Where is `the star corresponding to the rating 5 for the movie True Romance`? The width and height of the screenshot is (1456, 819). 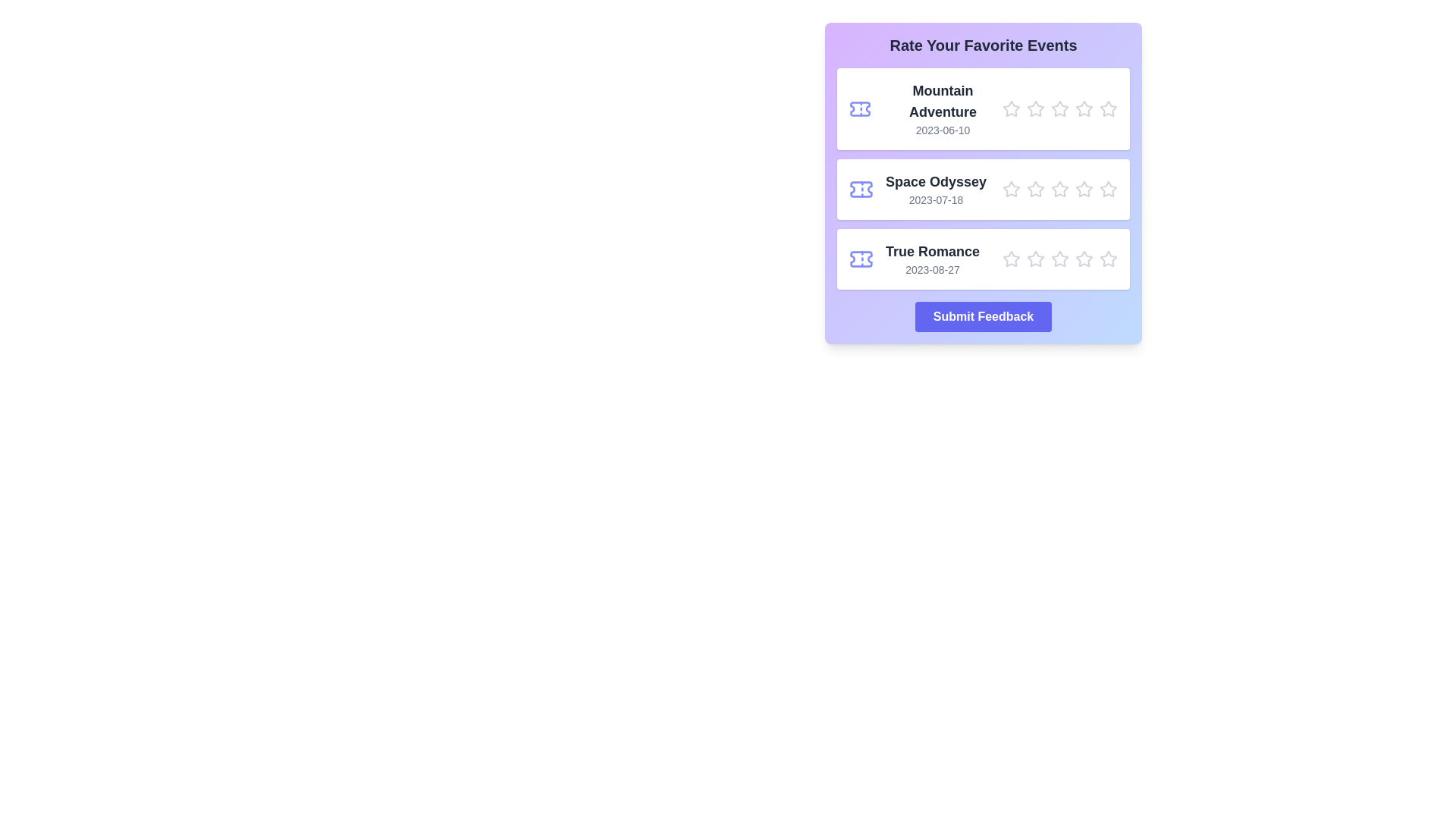 the star corresponding to the rating 5 for the movie True Romance is located at coordinates (1109, 259).